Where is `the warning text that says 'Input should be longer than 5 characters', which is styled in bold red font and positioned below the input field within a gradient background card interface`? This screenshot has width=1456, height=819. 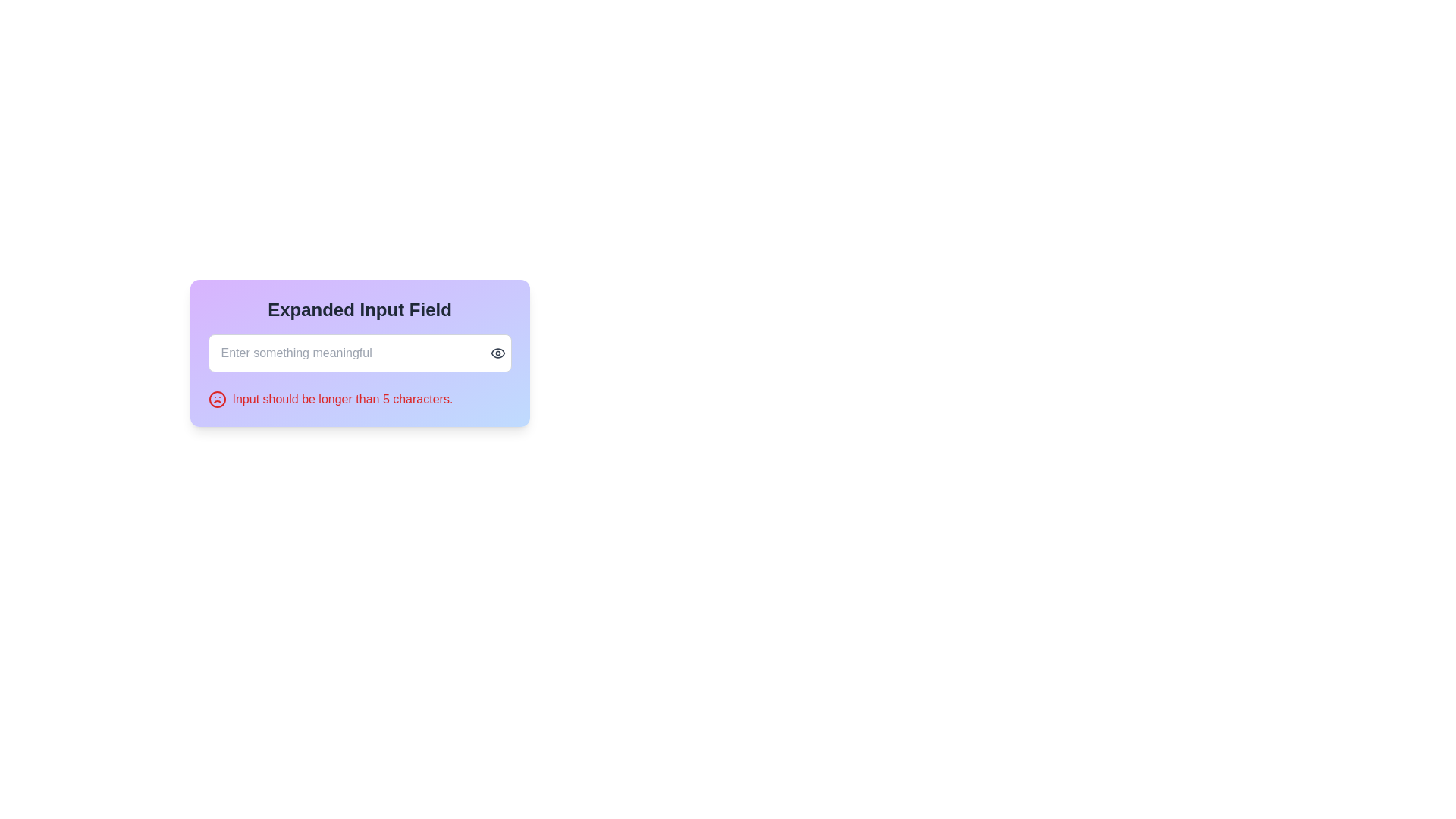 the warning text that says 'Input should be longer than 5 characters', which is styled in bold red font and positioned below the input field within a gradient background card interface is located at coordinates (359, 399).